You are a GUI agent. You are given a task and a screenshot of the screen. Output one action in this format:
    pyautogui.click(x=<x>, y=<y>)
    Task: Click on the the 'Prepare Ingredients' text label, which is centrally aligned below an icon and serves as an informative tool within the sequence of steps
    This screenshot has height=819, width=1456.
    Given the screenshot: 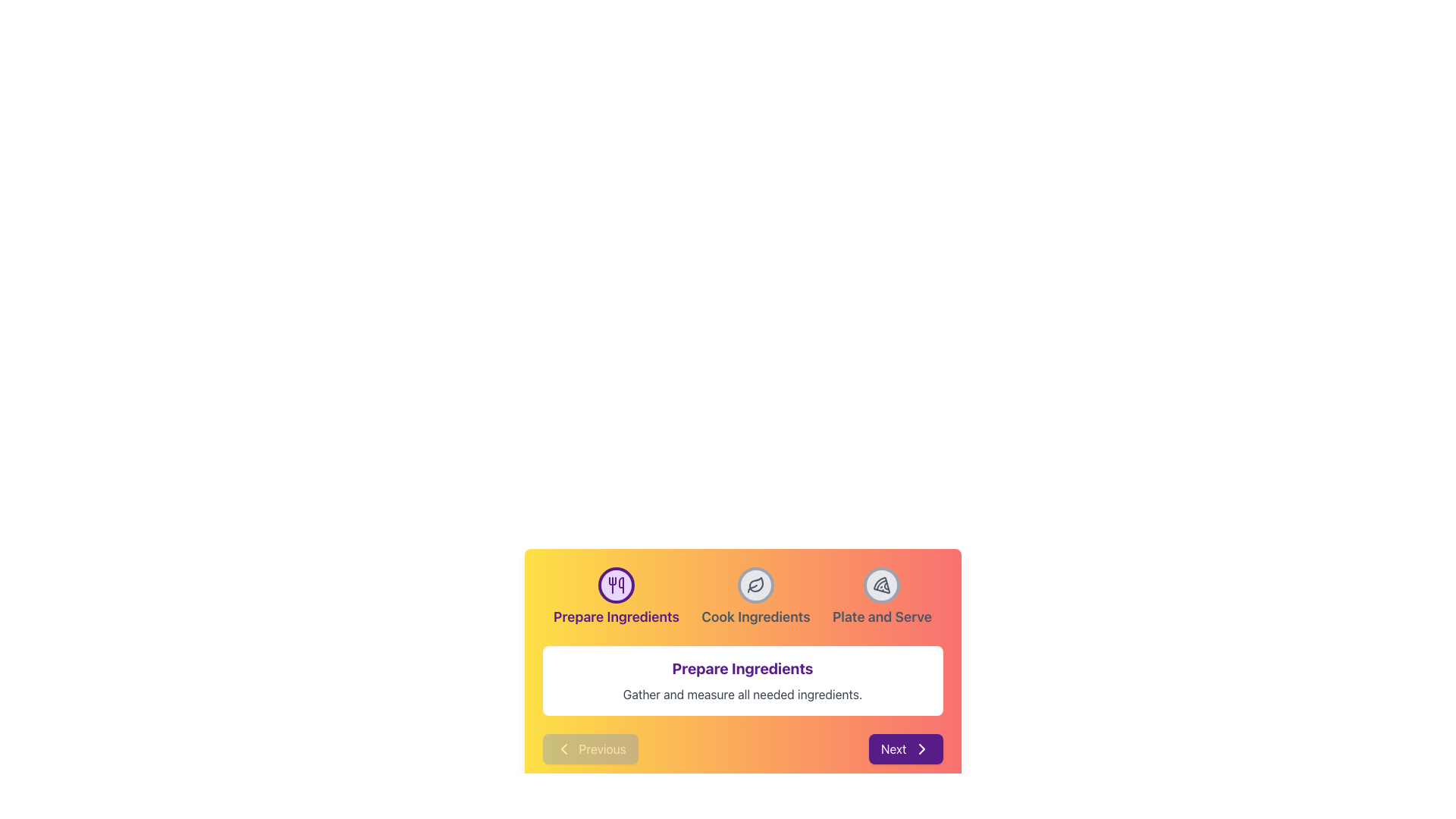 What is the action you would take?
    pyautogui.click(x=617, y=617)
    